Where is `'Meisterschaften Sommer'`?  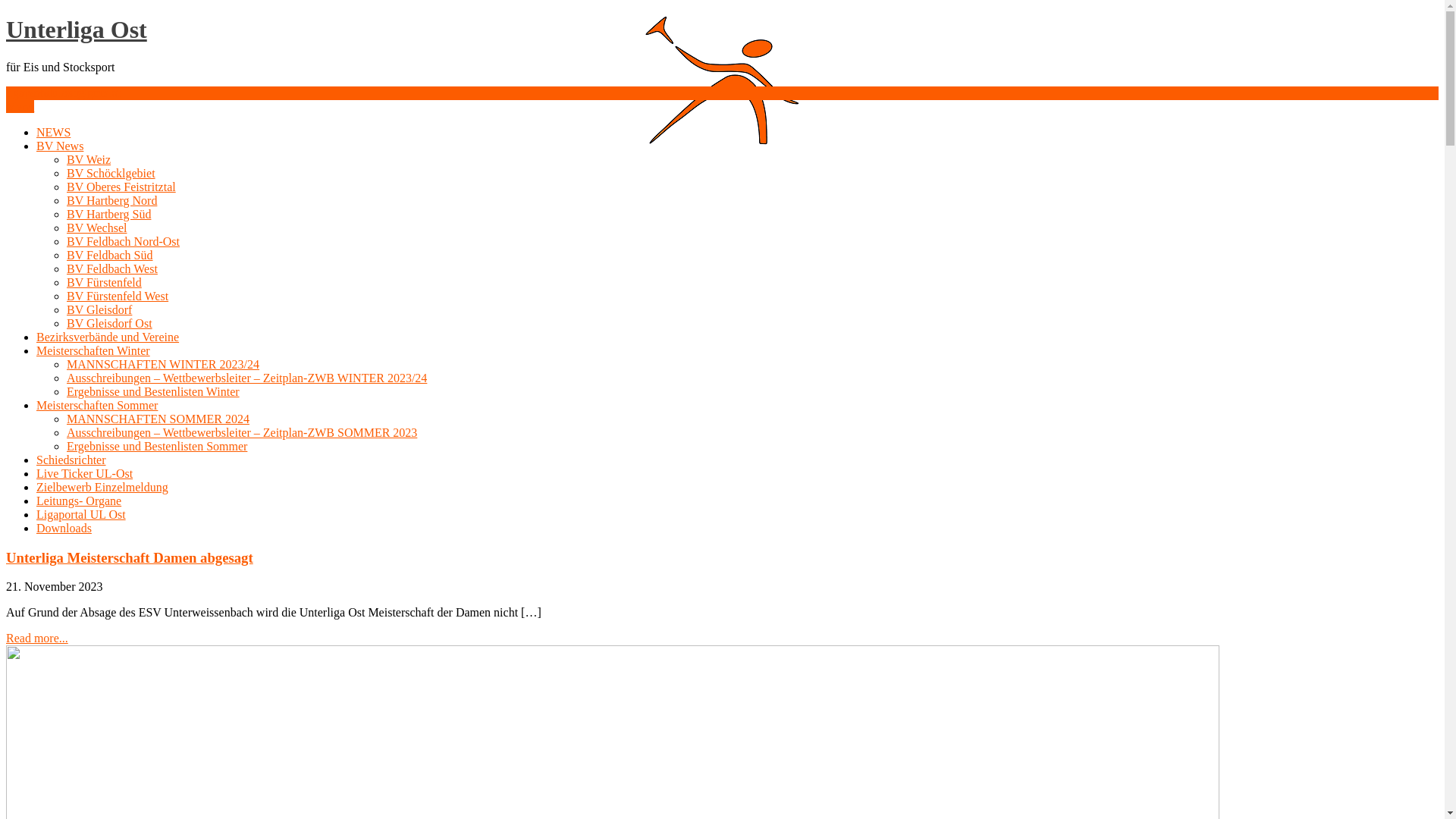 'Meisterschaften Sommer' is located at coordinates (36, 404).